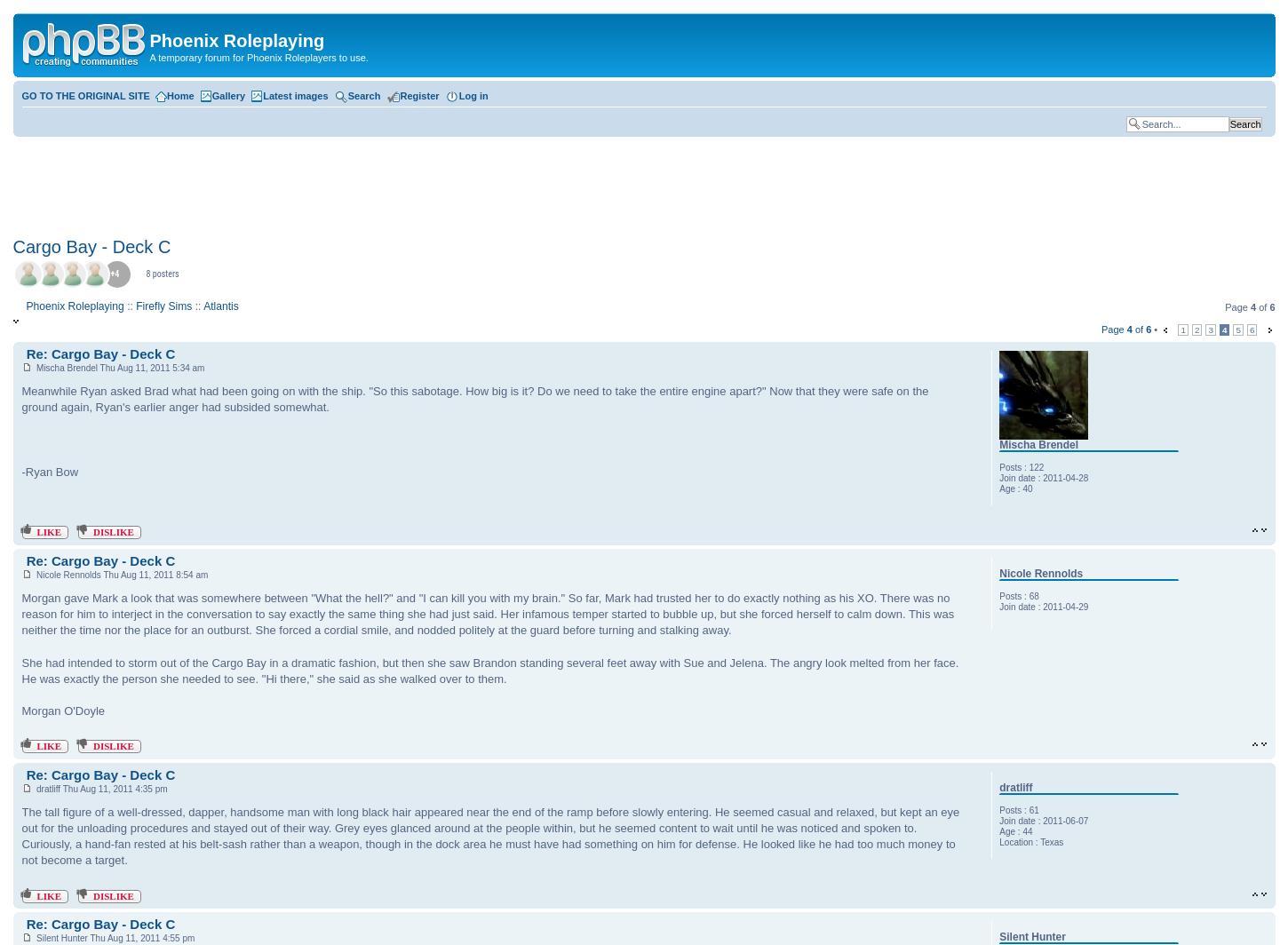  Describe the element at coordinates (99, 788) in the screenshot. I see `'dratliff Thu Aug 11, 2011 4:35 pm'` at that location.